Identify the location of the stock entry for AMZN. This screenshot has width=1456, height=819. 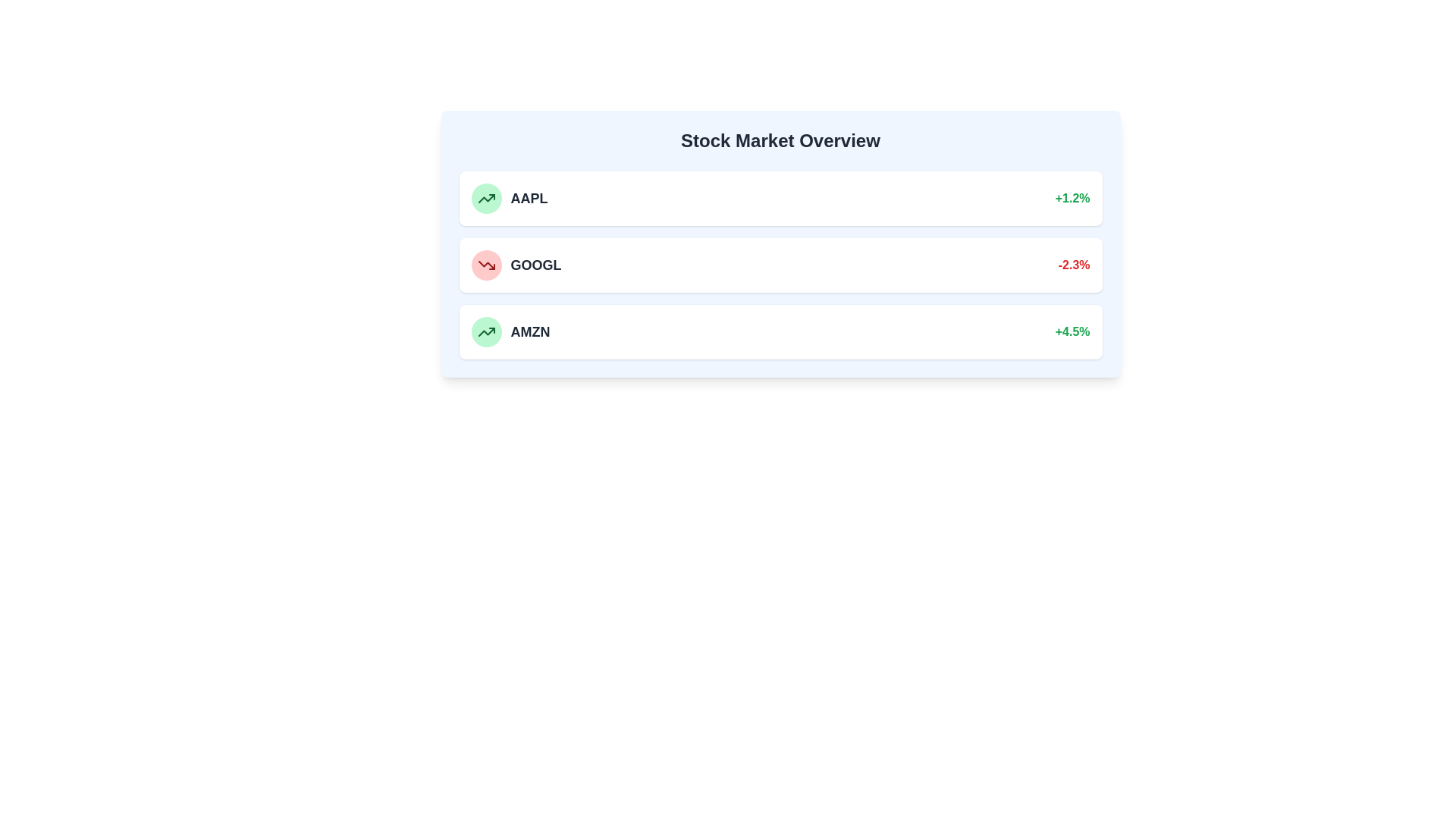
(780, 331).